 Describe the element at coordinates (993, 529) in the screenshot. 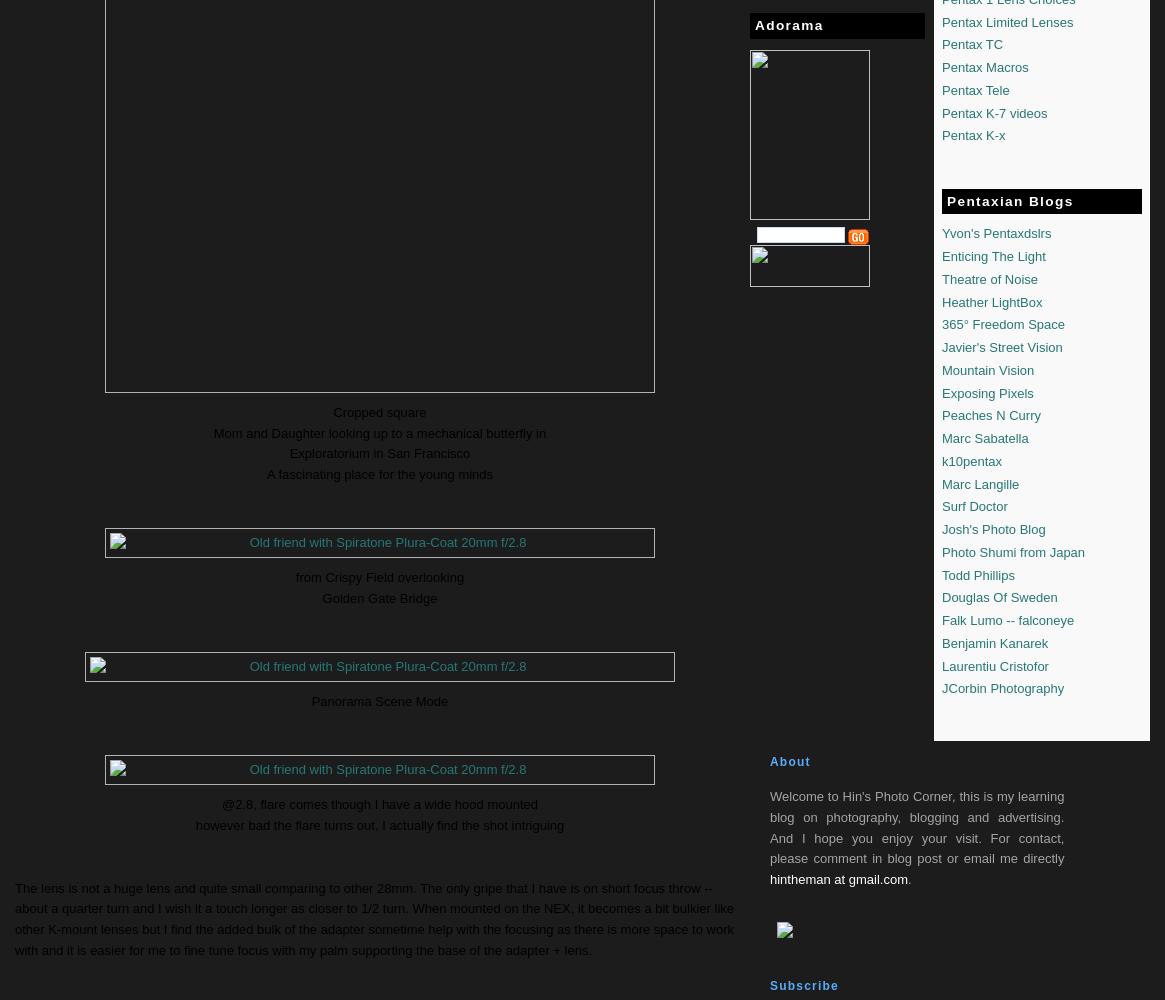

I see `'Josh's Photo Blog'` at that location.